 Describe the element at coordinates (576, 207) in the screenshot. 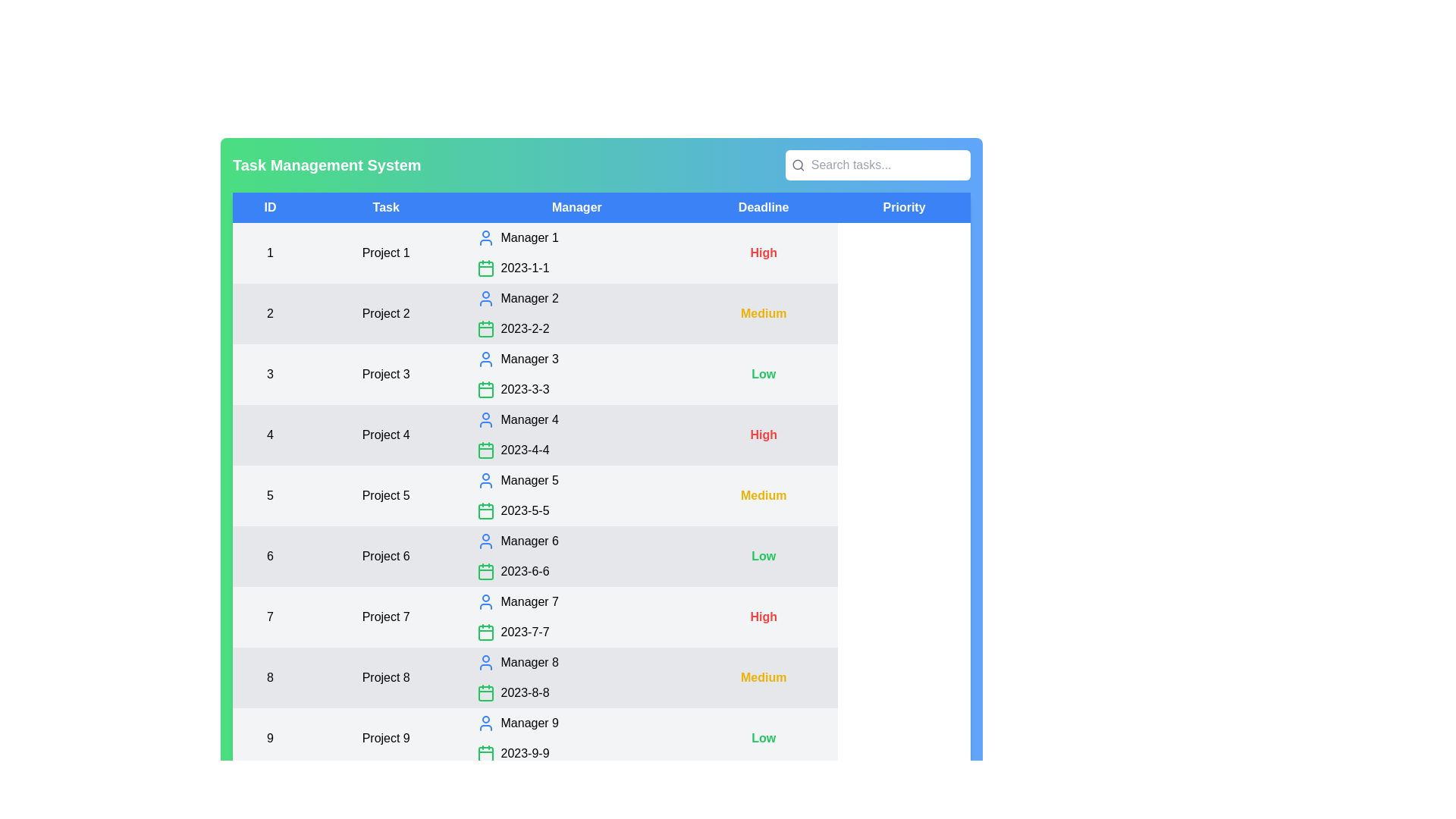

I see `the column header Manager to sort or filter the tasks` at that location.